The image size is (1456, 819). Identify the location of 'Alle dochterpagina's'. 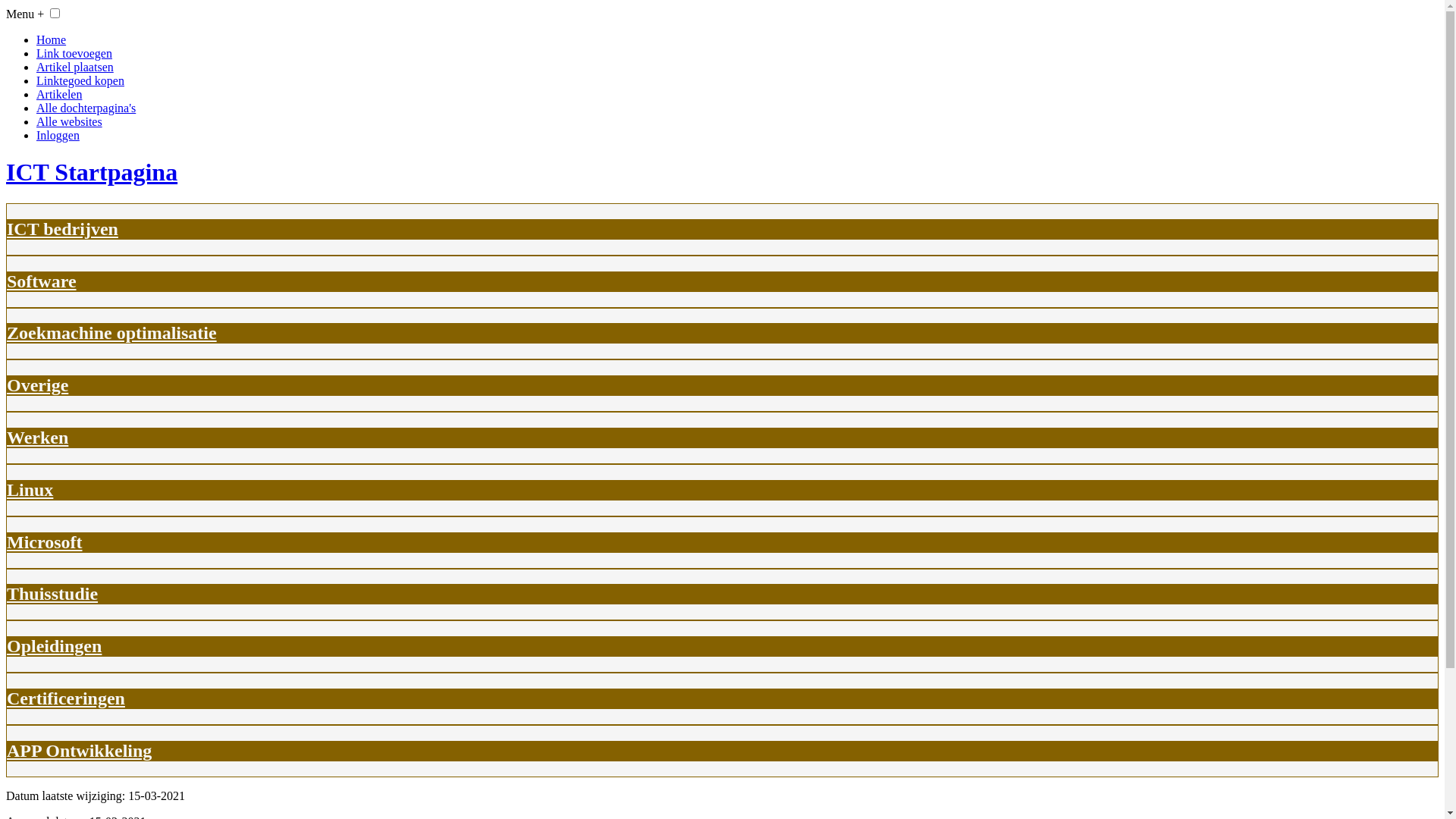
(85, 107).